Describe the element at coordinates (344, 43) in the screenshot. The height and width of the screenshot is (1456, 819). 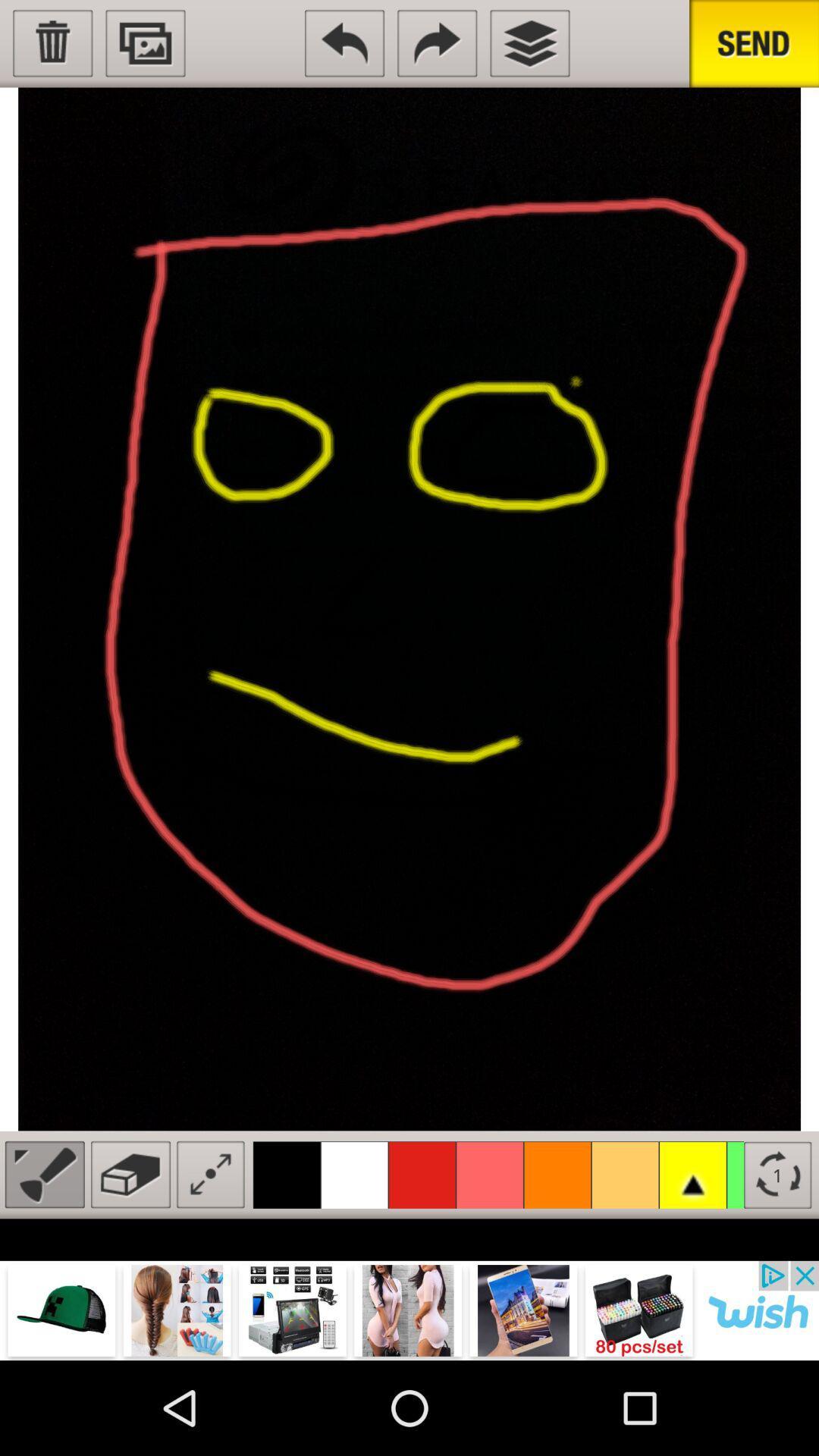
I see `go back` at that location.